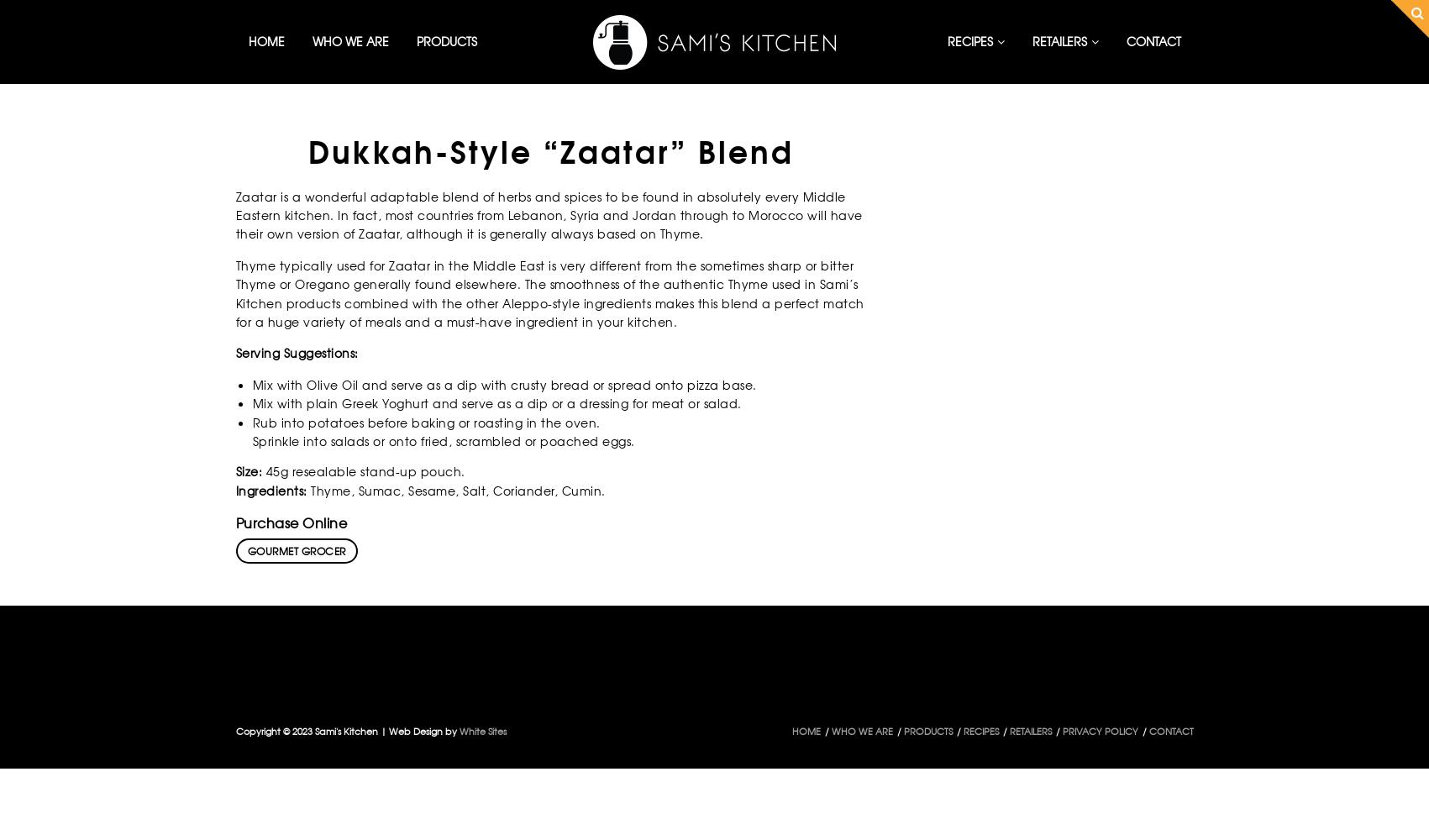 The image size is (1429, 840). Describe the element at coordinates (903, 730) in the screenshot. I see `'PRODUCTS'` at that location.